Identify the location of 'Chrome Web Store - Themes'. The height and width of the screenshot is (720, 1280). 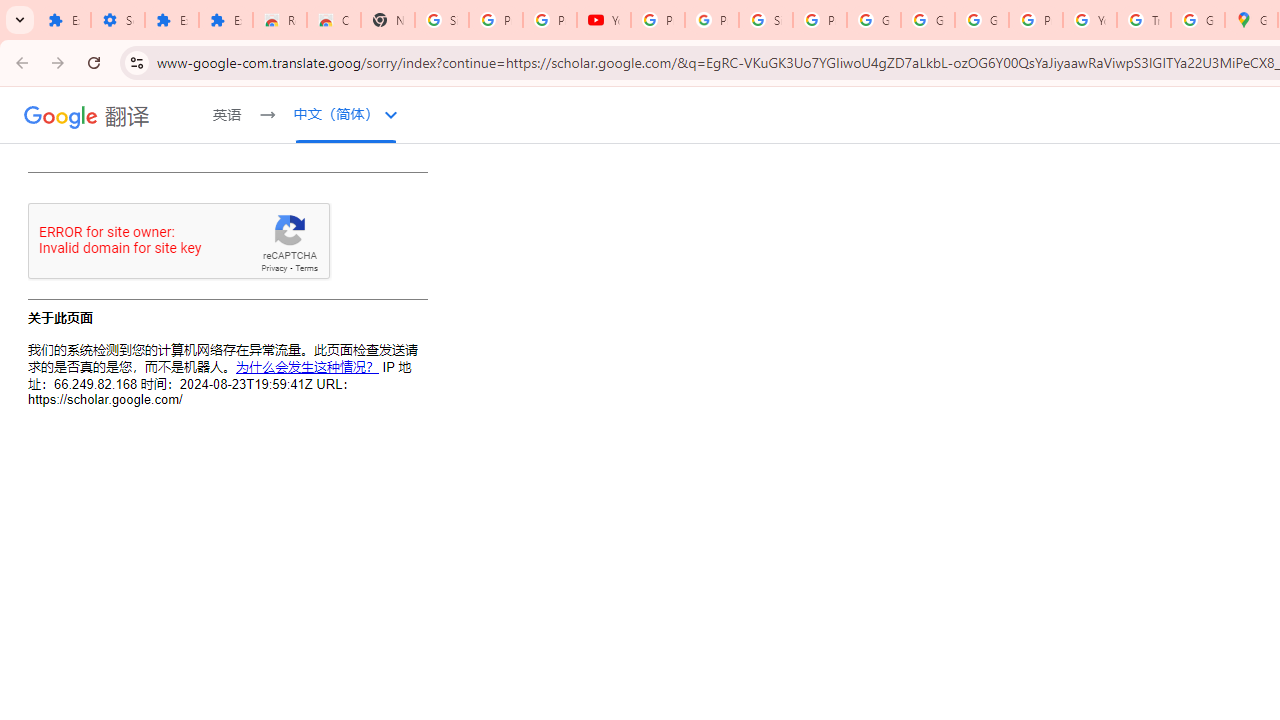
(334, 20).